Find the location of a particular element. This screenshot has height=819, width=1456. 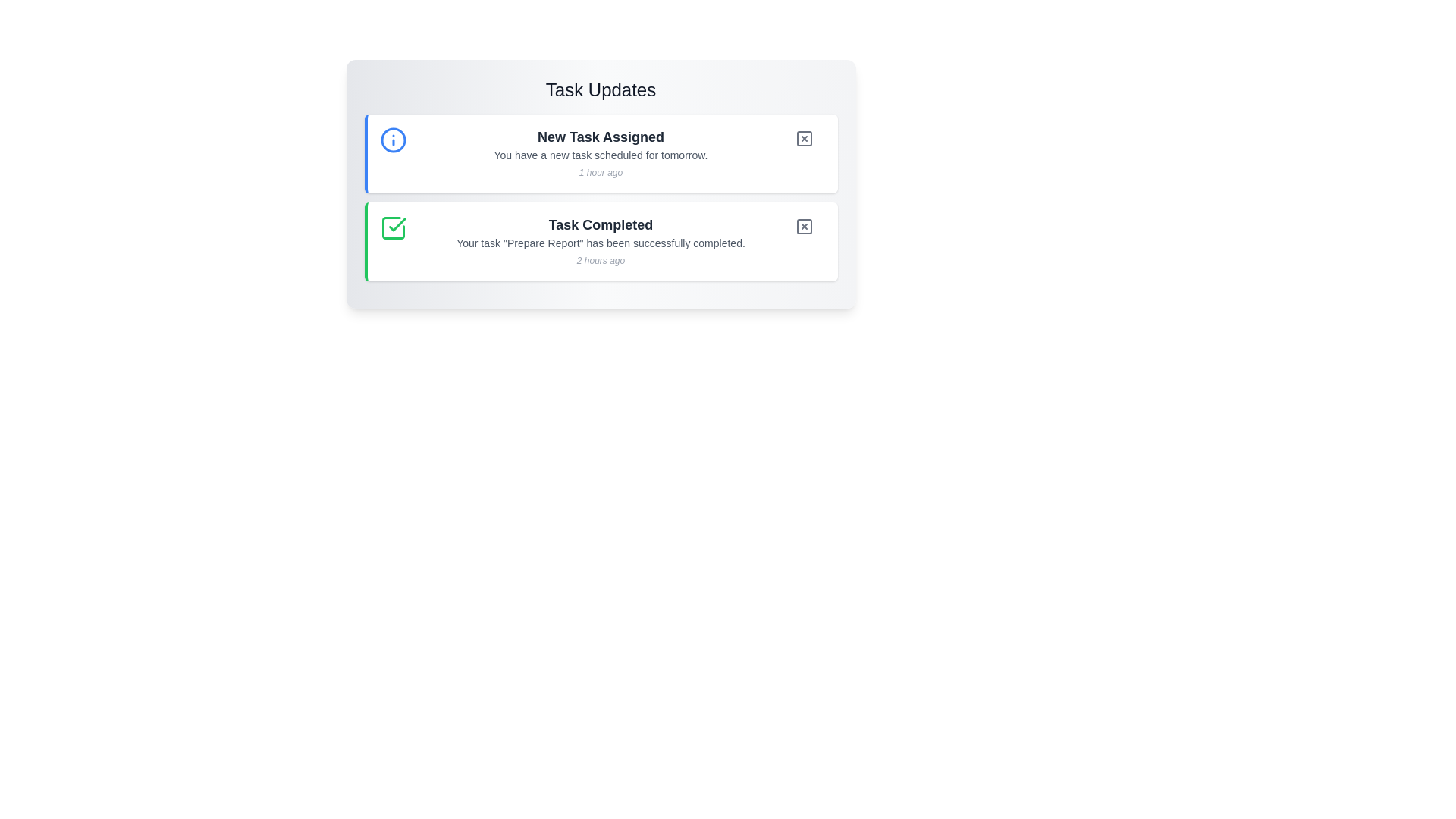

the header text 'Task Updates', which is styled with a large, bold, dark gray font and located at the top center of the interface within a rounded, shadowed card is located at coordinates (600, 90).